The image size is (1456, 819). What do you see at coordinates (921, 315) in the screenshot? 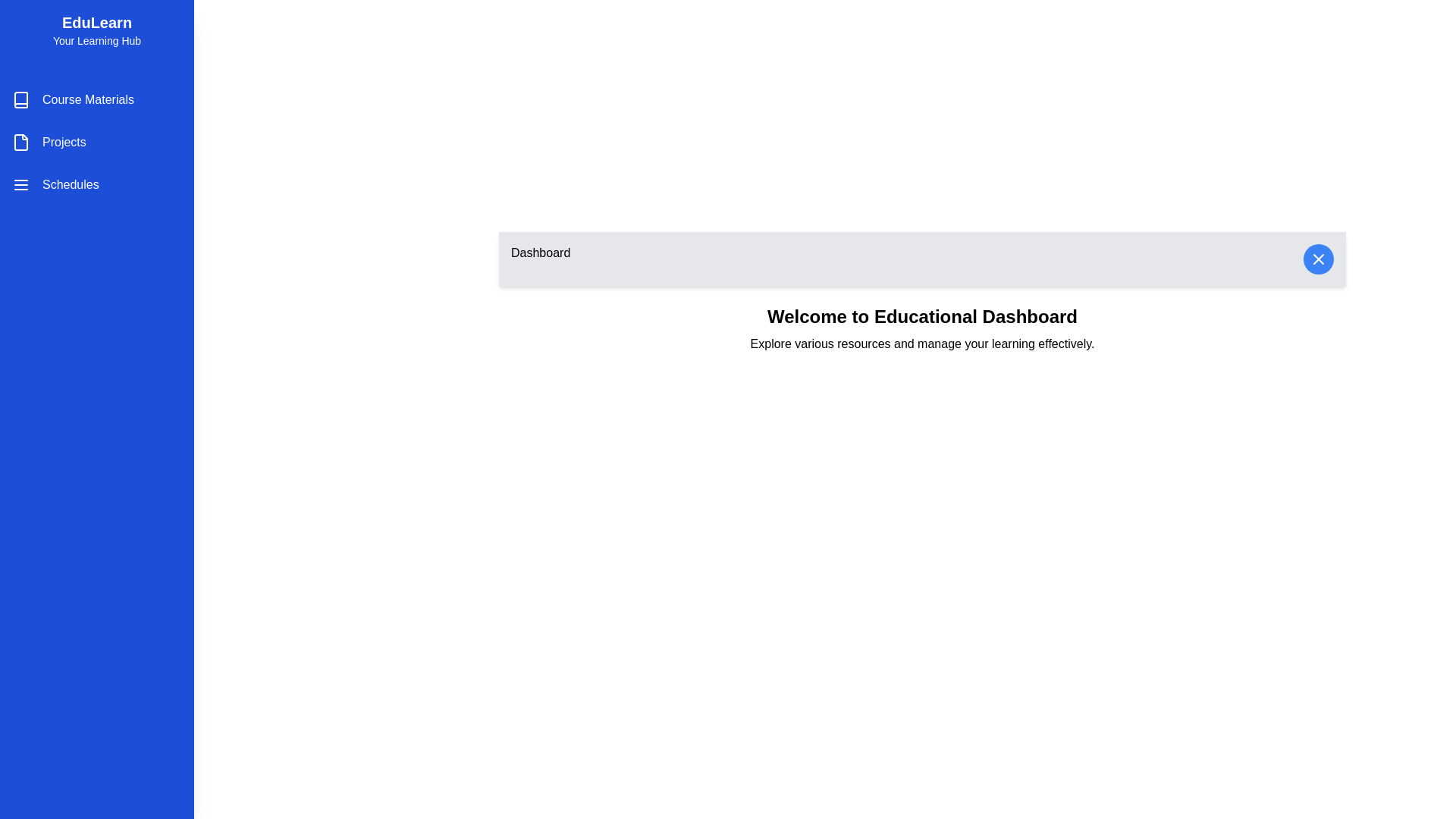
I see `text heading that reads 'Welcome to Educational Dashboard', which is styled in bold and large font, located near the top center of the interface` at bounding box center [921, 315].